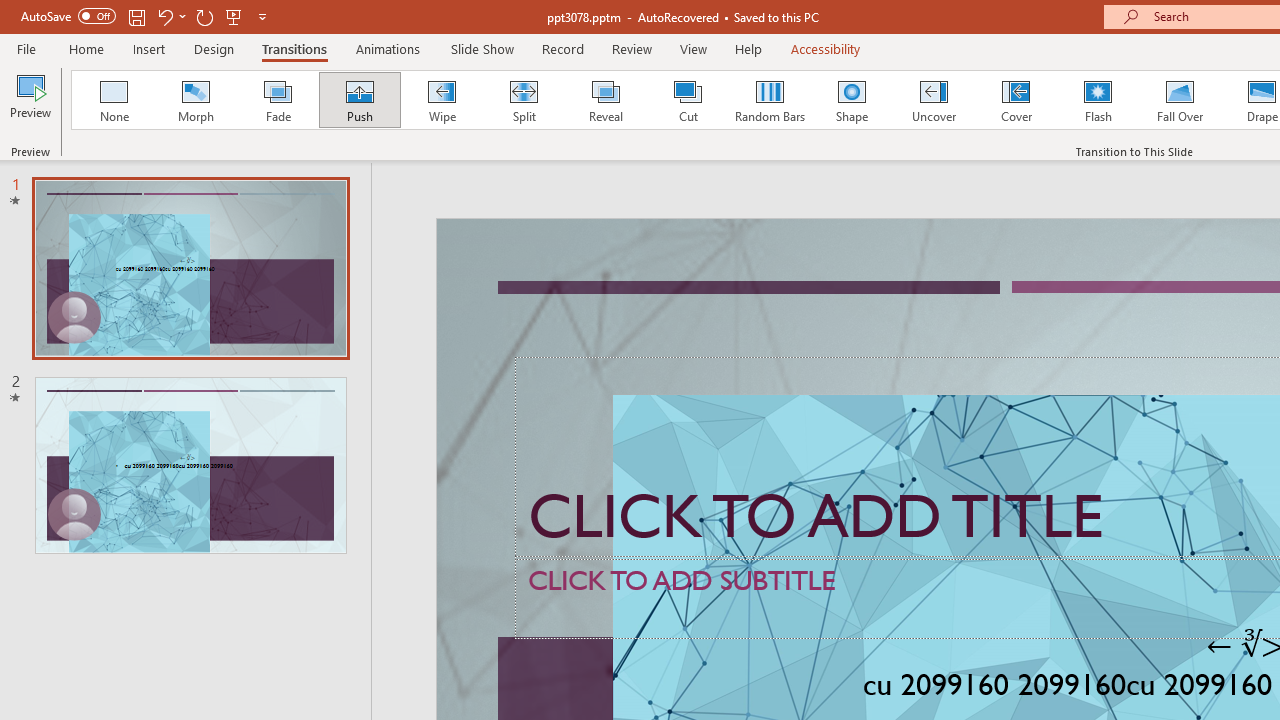  Describe the element at coordinates (195, 100) in the screenshot. I see `'Morph'` at that location.